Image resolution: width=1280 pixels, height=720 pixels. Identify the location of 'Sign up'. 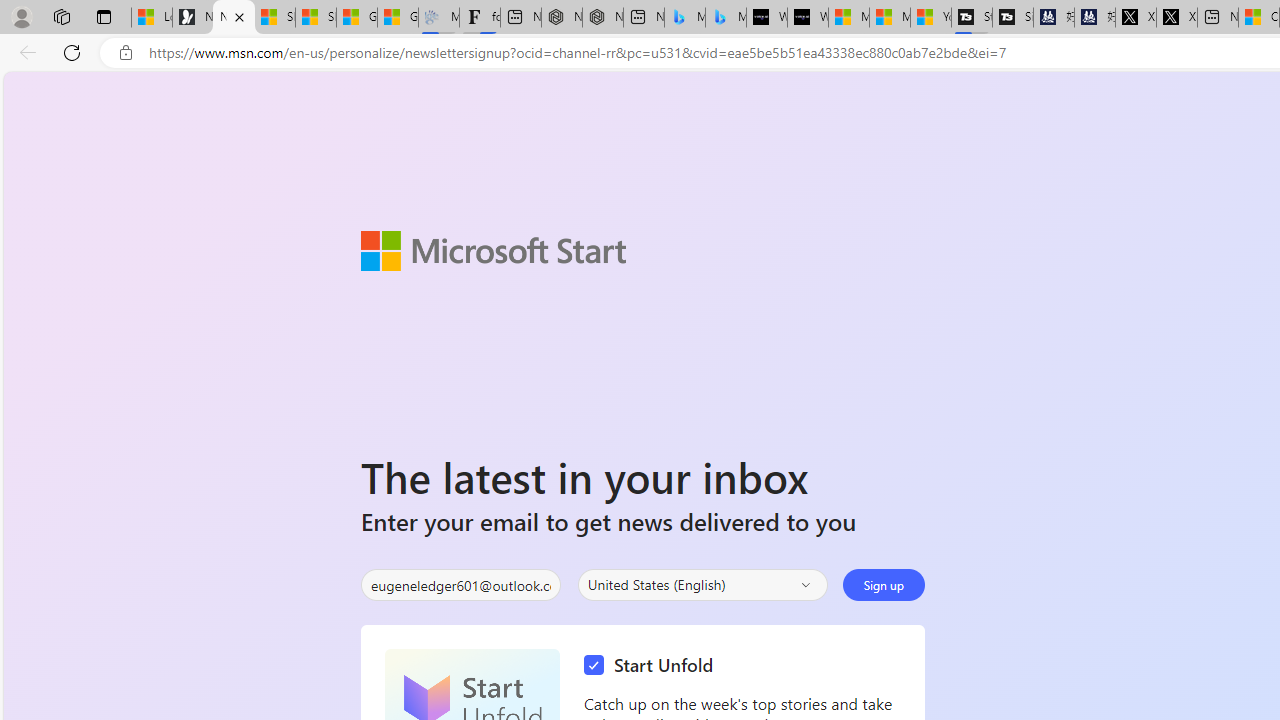
(882, 585).